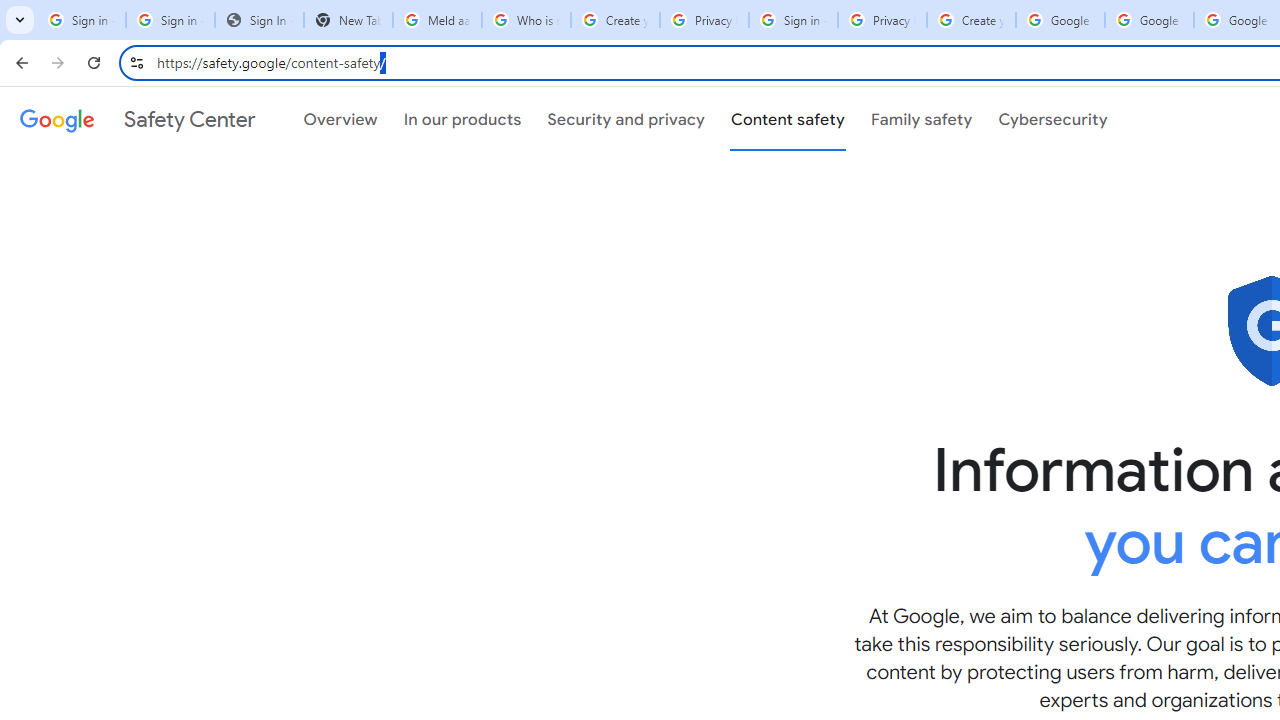  I want to click on 'View site information', so click(135, 61).